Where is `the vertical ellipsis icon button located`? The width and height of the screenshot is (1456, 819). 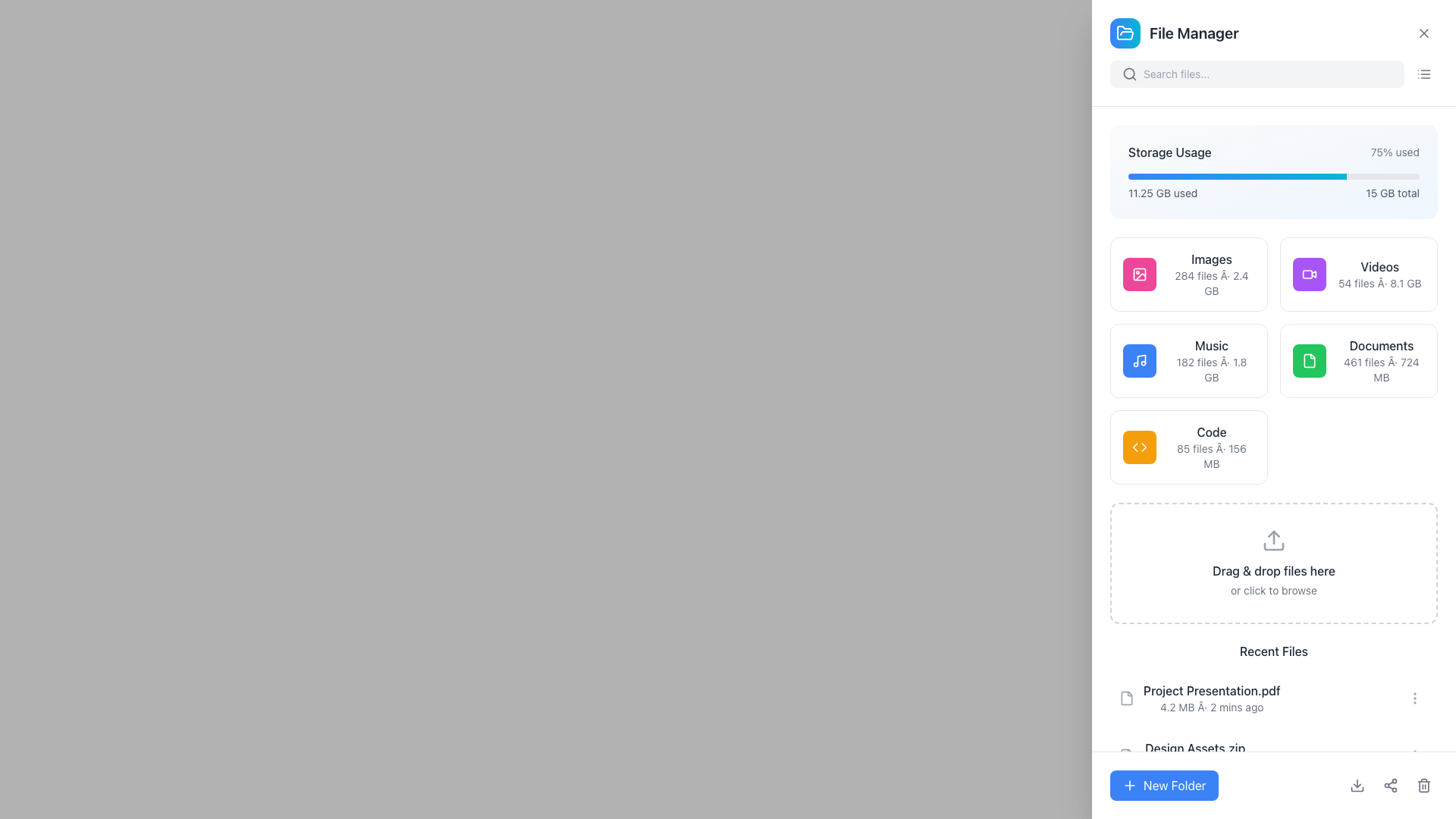 the vertical ellipsis icon button located is located at coordinates (1414, 698).